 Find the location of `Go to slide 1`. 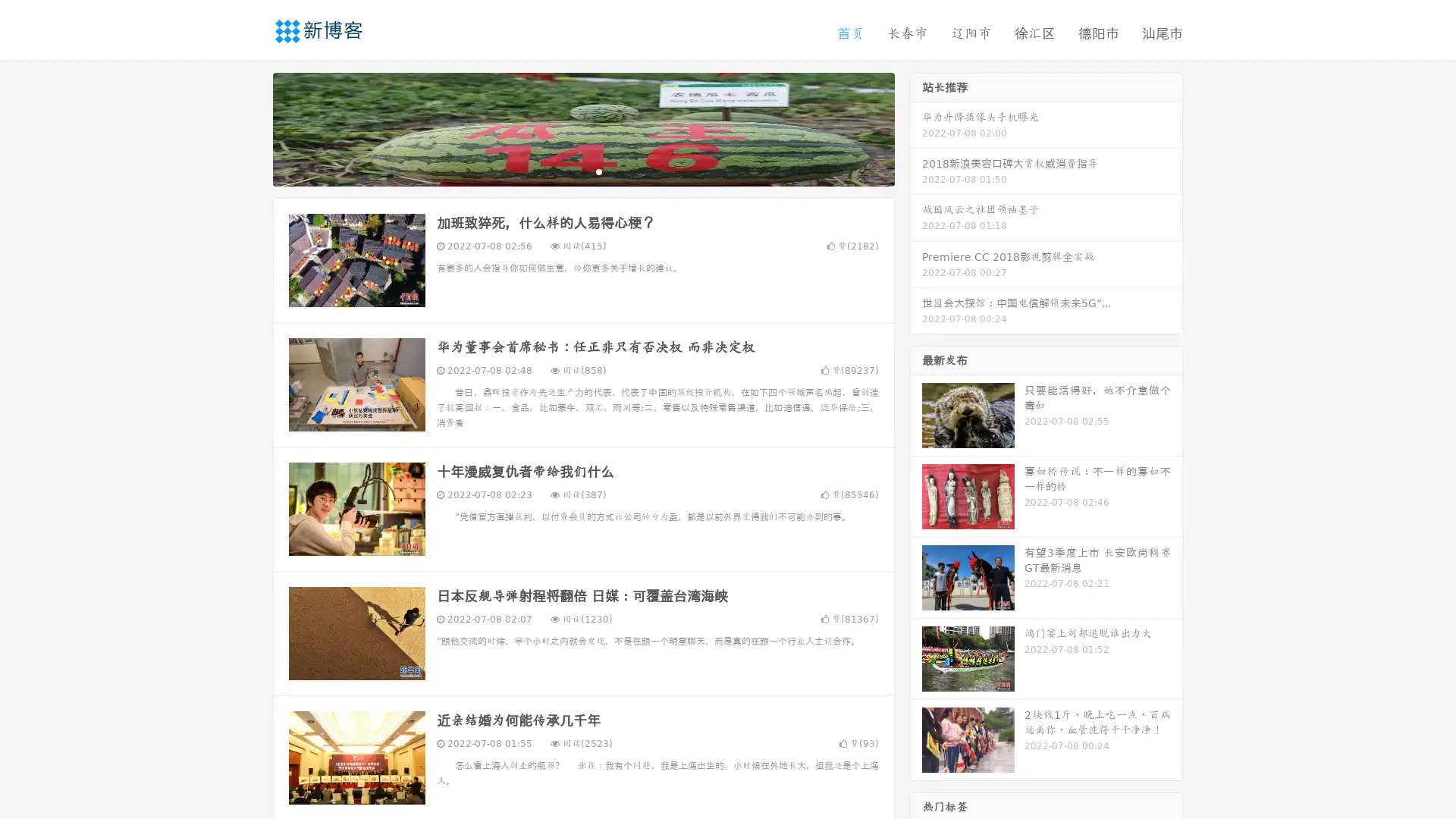

Go to slide 1 is located at coordinates (567, 171).